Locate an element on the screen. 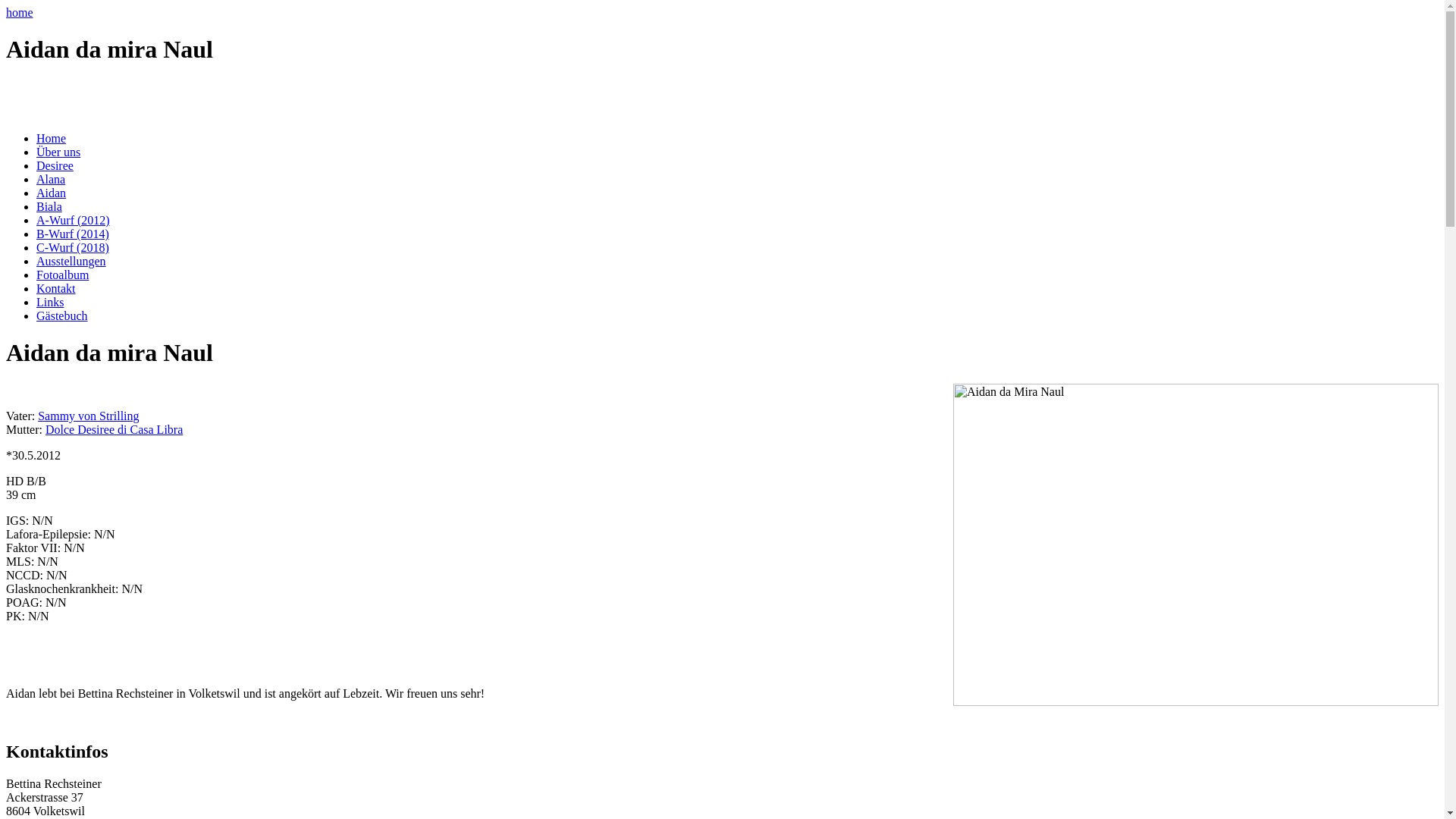 The image size is (1456, 819). 'Dolce Desiree di Casa Libra' is located at coordinates (113, 429).